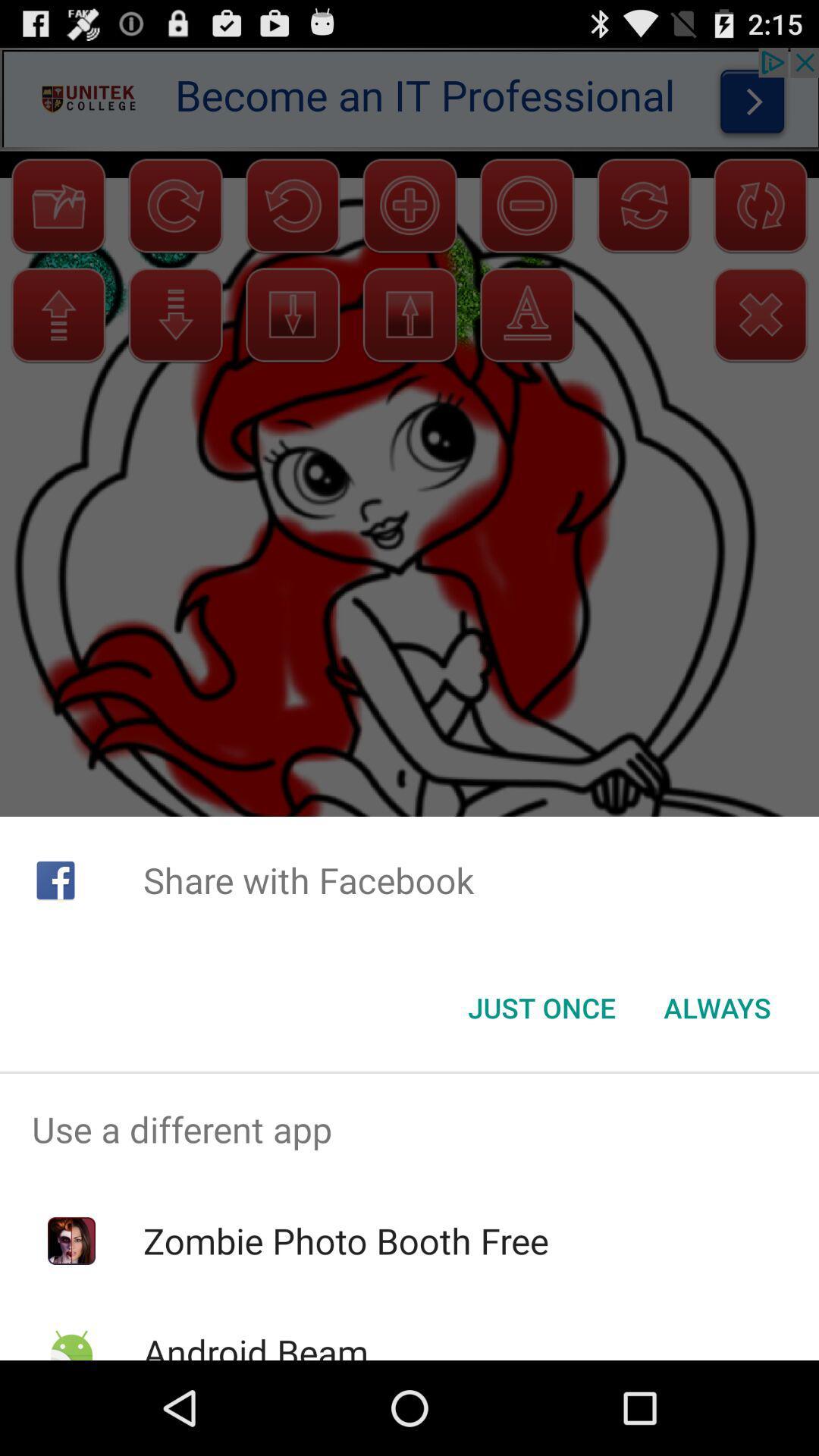 This screenshot has height=1456, width=819. Describe the element at coordinates (717, 1008) in the screenshot. I see `the icon below share with facebook app` at that location.